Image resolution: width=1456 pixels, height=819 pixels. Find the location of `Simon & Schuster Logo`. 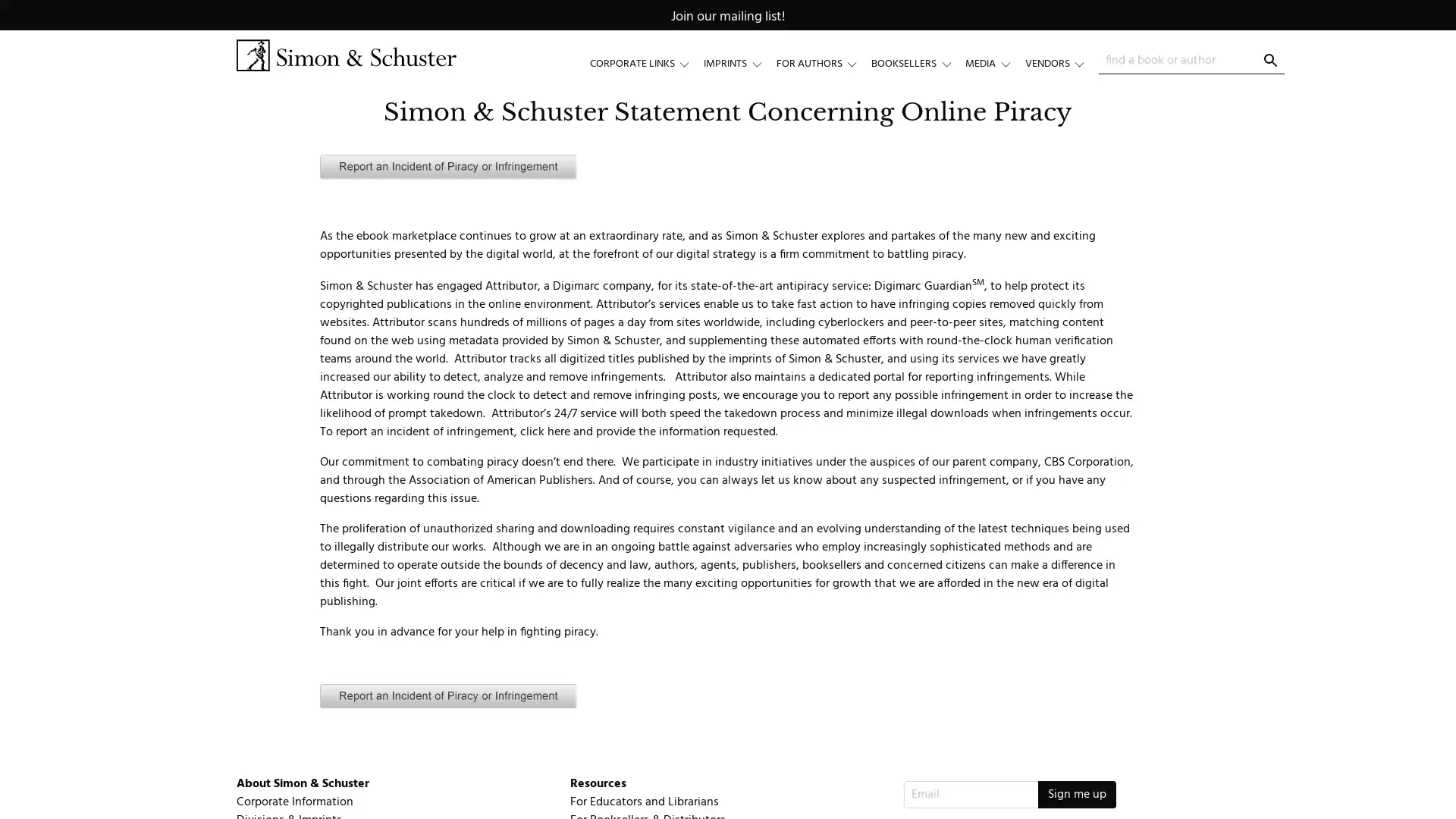

Simon & Schuster Logo is located at coordinates (345, 55).